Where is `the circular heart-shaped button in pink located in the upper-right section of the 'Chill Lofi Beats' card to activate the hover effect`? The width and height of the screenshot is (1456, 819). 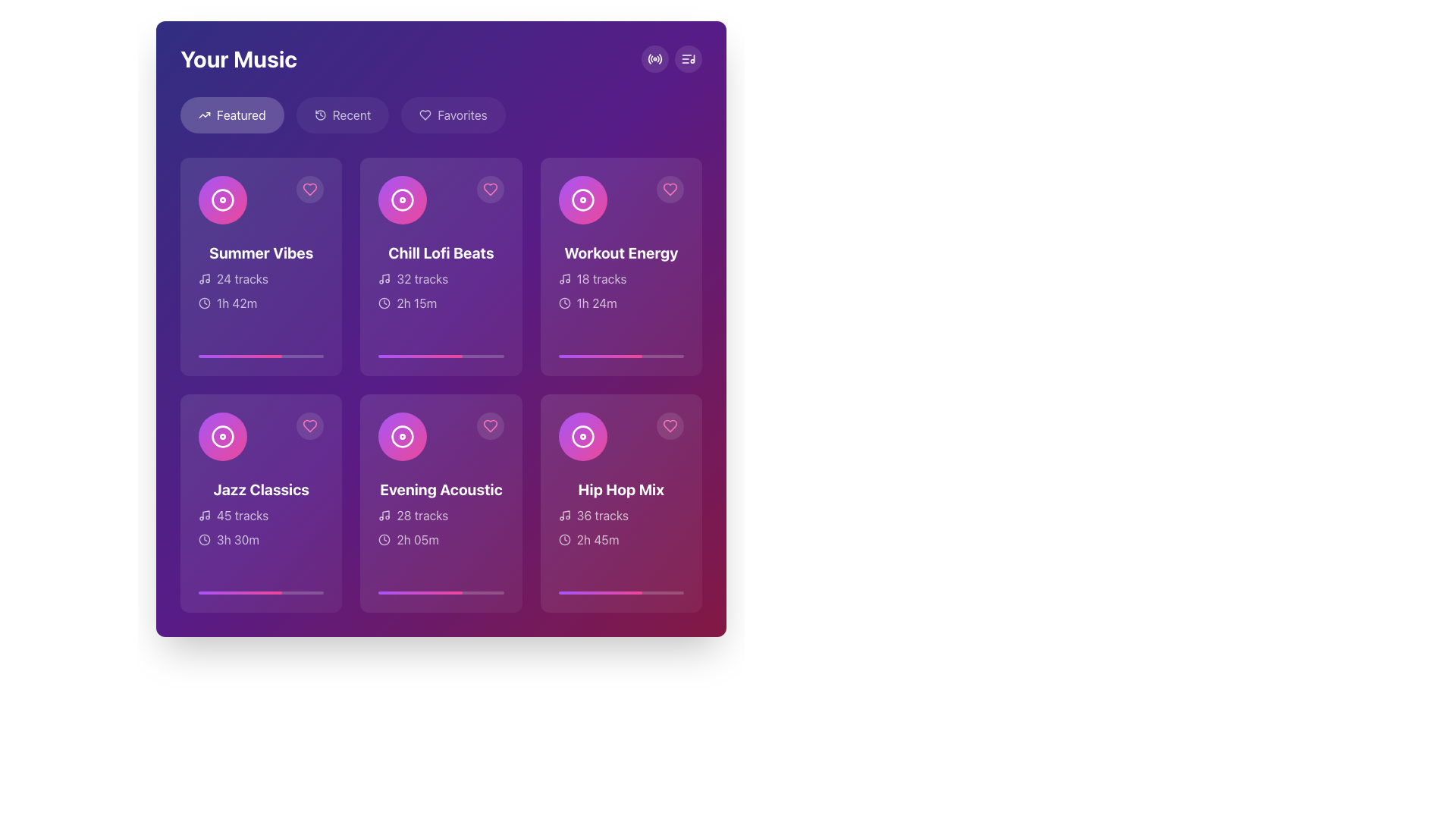 the circular heart-shaped button in pink located in the upper-right section of the 'Chill Lofi Beats' card to activate the hover effect is located at coordinates (490, 189).